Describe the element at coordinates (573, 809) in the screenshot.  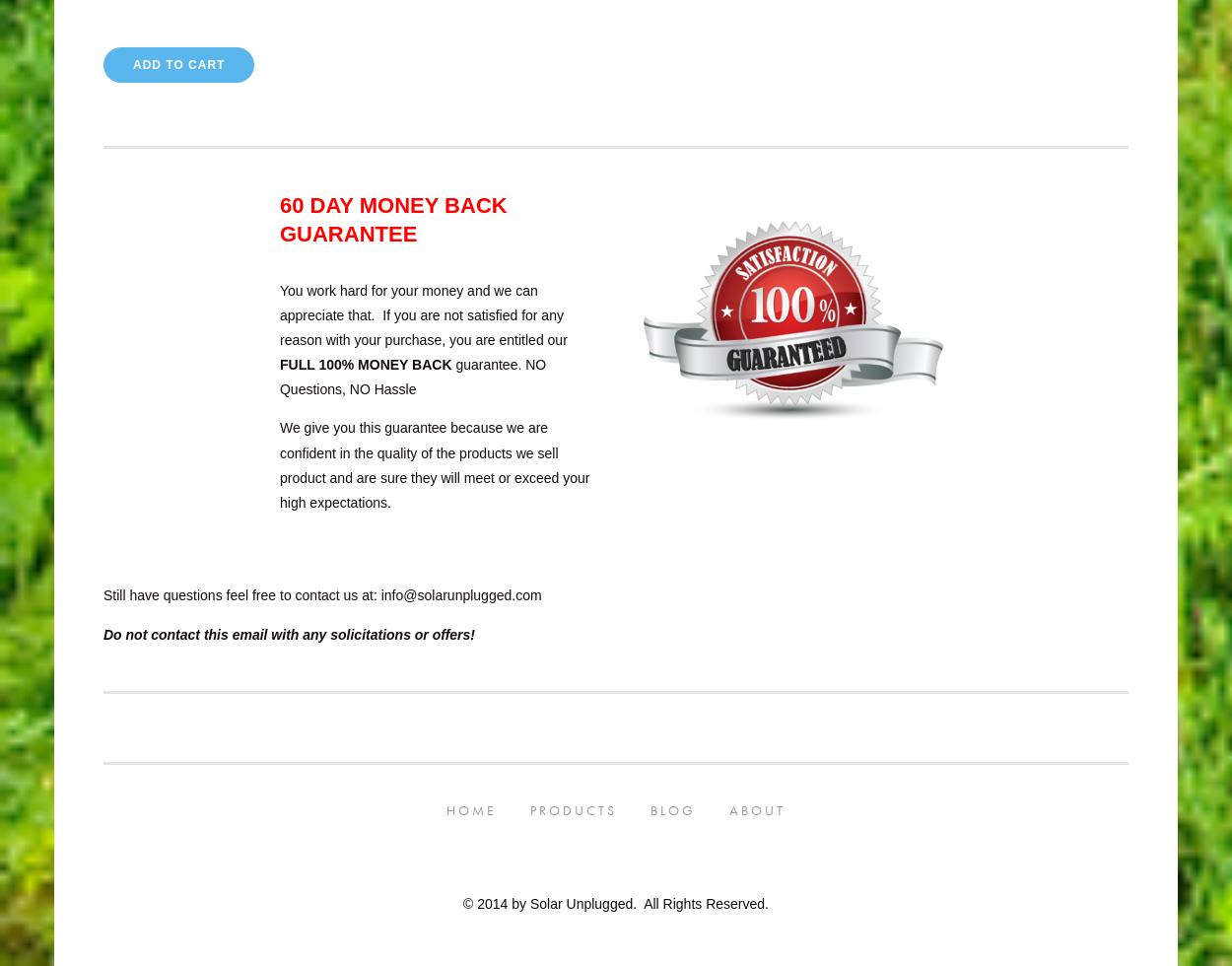
I see `'Products'` at that location.